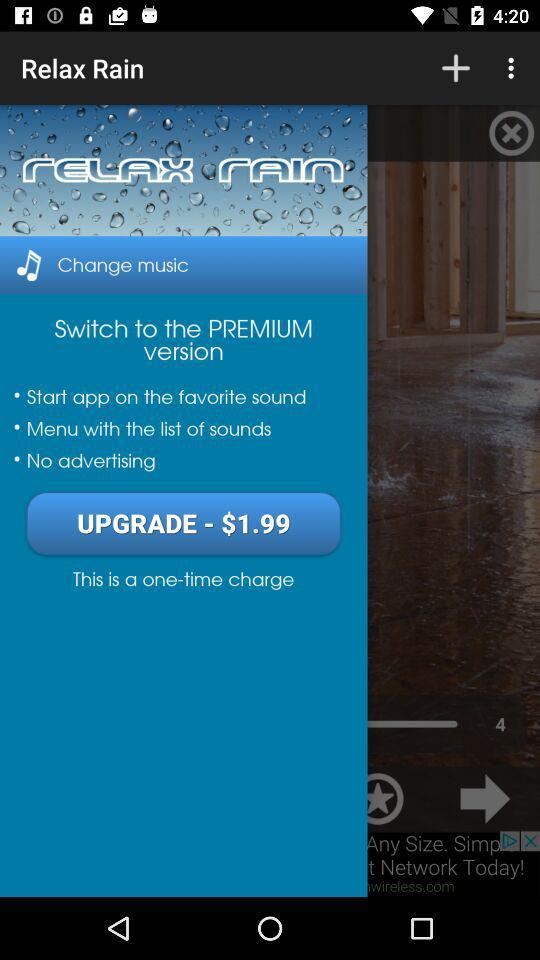  What do you see at coordinates (511, 132) in the screenshot?
I see `the top right side cancel option` at bounding box center [511, 132].